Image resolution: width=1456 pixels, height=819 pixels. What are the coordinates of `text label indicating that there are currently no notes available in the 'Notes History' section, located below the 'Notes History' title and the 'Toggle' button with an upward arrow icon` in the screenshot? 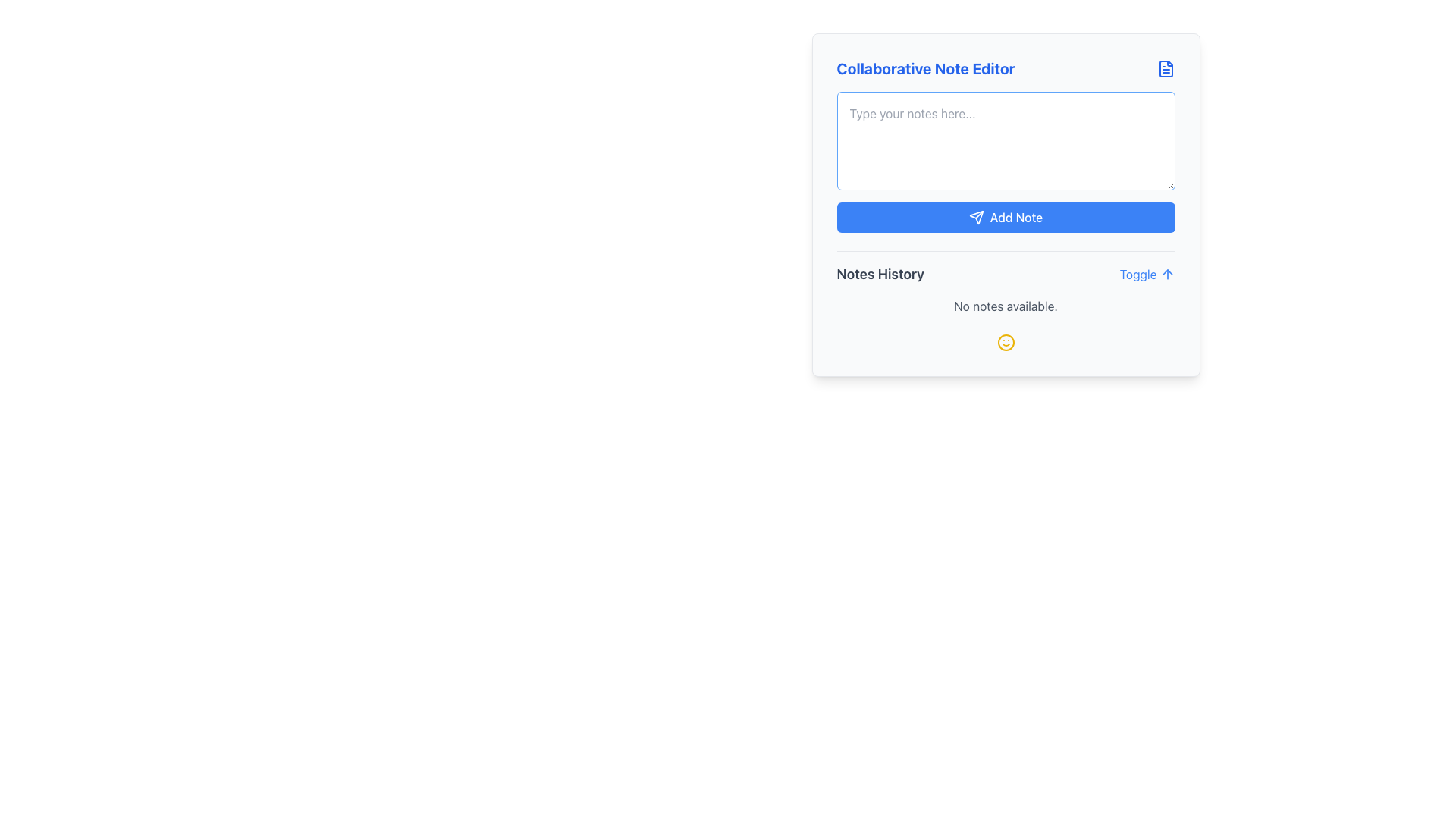 It's located at (1006, 306).